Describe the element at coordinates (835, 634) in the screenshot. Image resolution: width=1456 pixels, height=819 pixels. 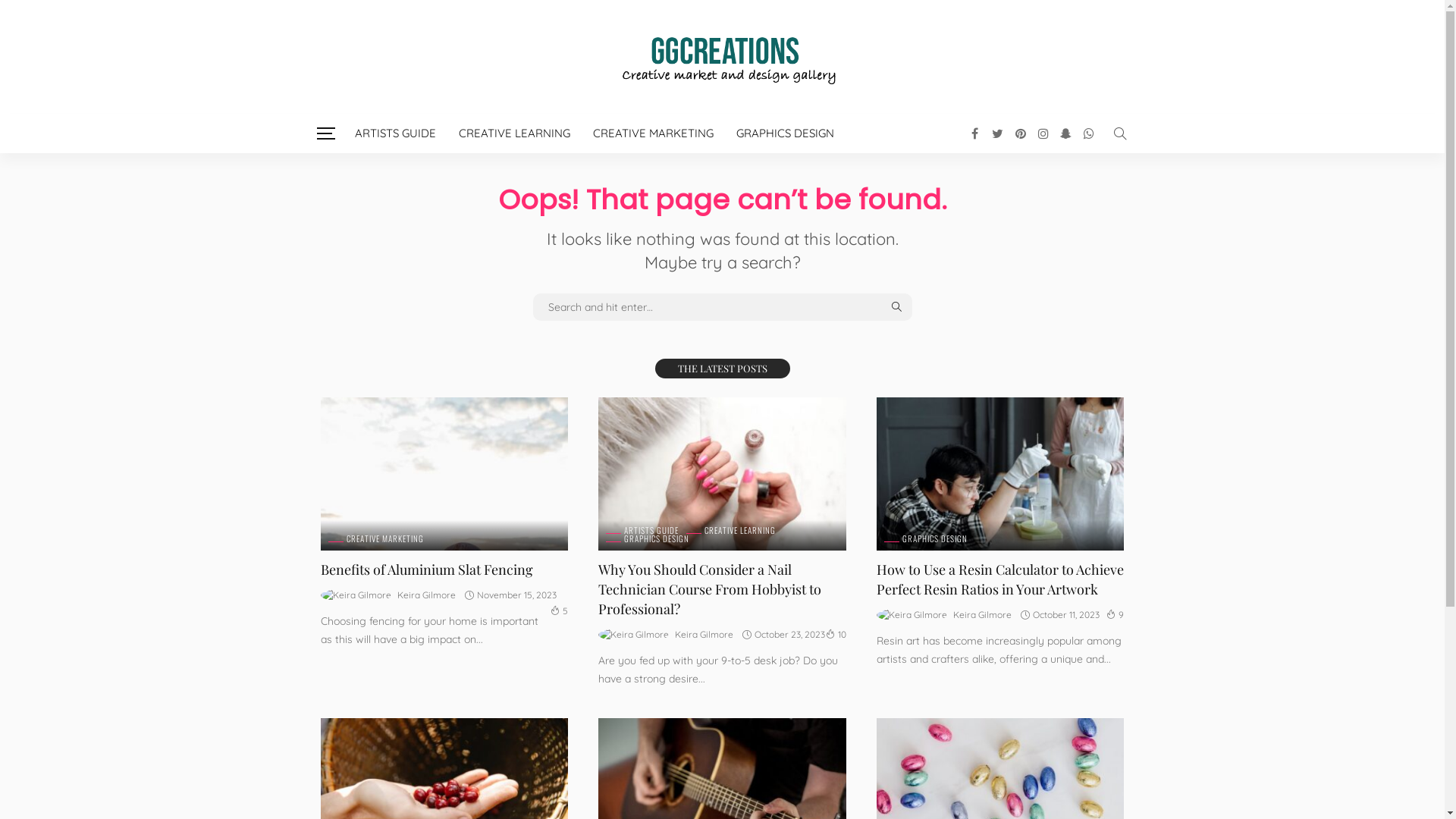
I see `'10'` at that location.